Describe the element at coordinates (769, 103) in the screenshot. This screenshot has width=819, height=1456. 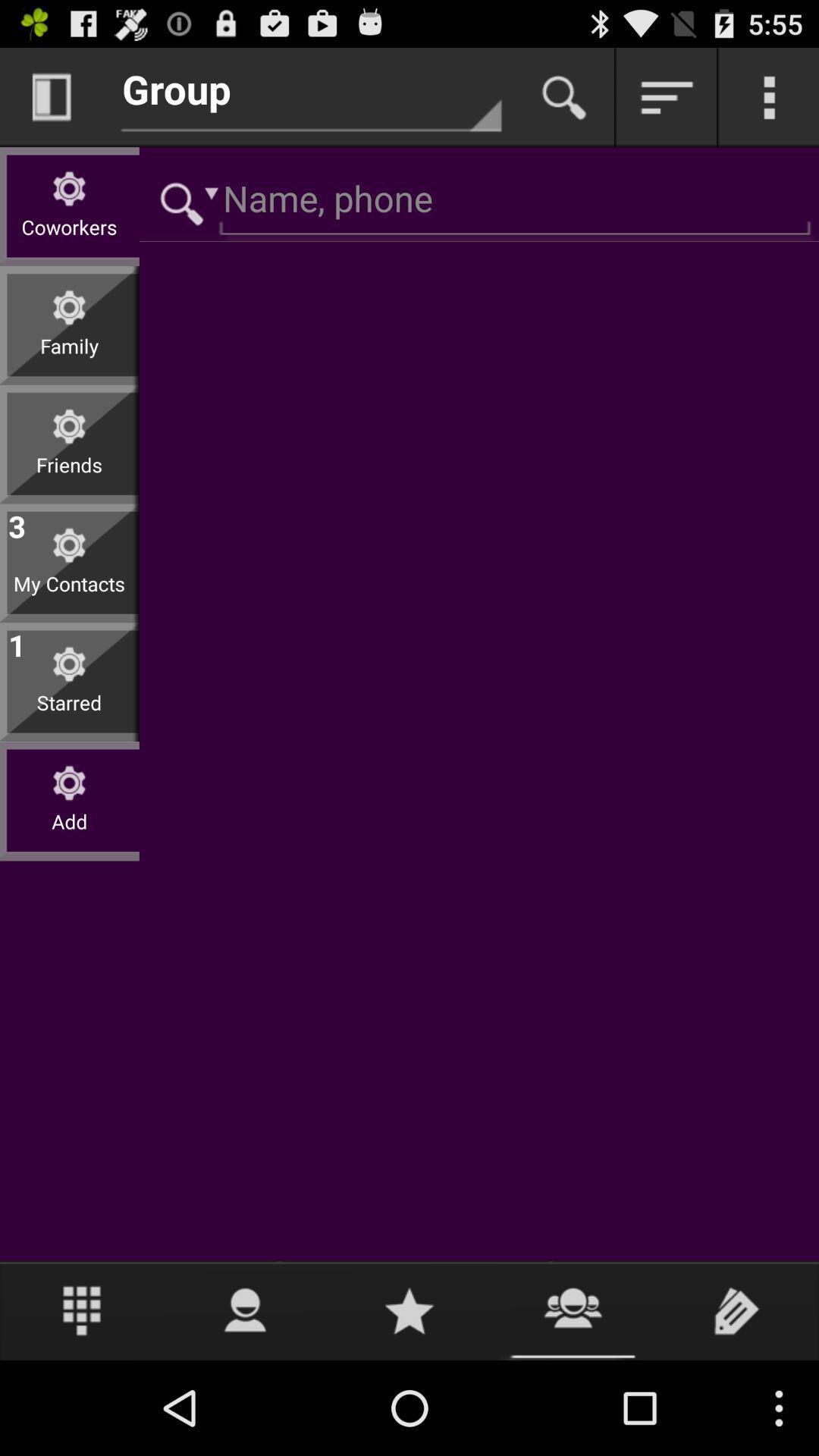
I see `the more icon` at that location.